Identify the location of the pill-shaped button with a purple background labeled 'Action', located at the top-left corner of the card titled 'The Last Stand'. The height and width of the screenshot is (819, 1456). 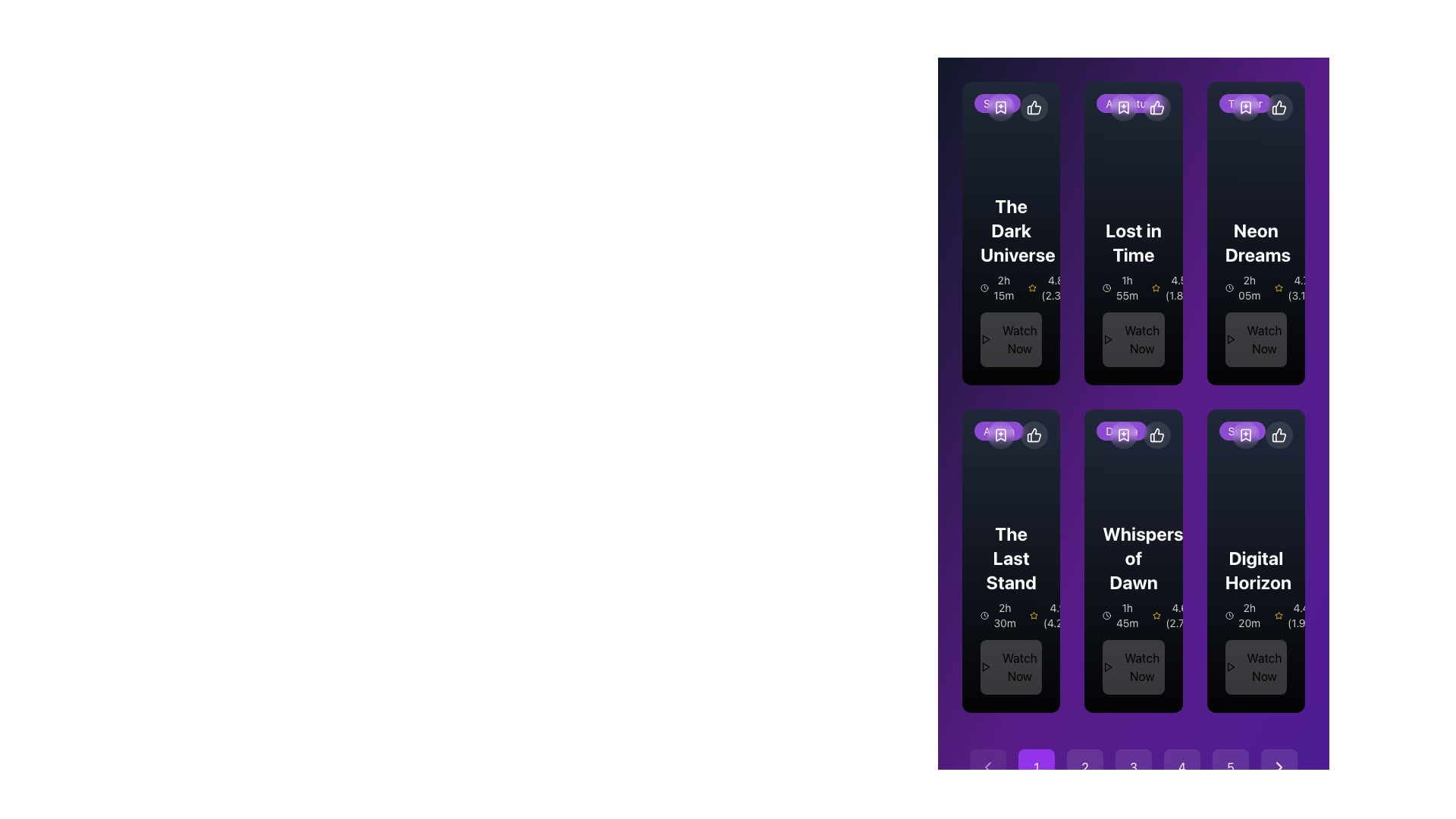
(999, 431).